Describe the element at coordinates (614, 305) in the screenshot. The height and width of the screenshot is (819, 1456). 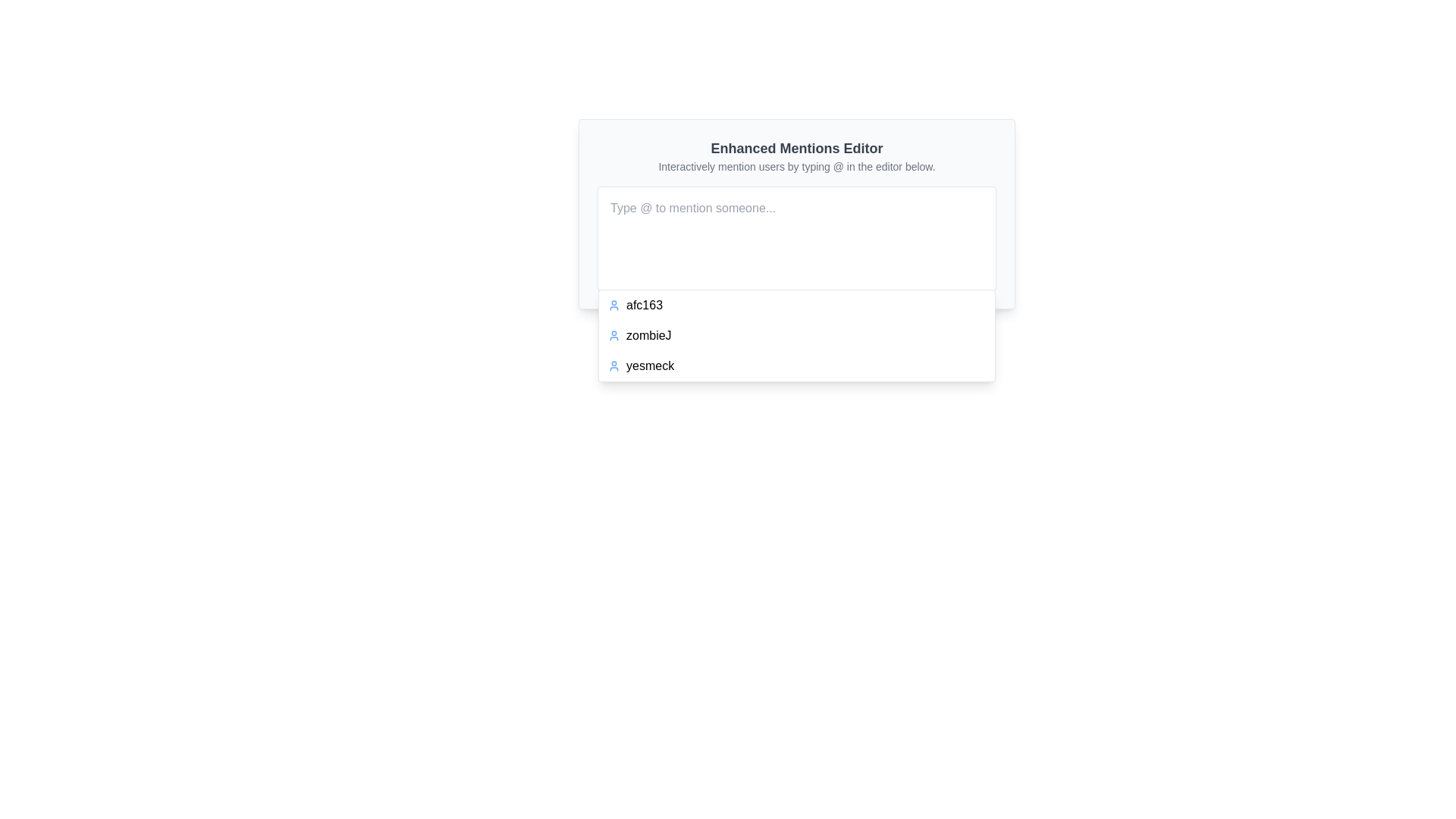
I see `the SVG-based user icon representing the user 'afc163', which is positioned to the left of the text in the dropdown list` at that location.